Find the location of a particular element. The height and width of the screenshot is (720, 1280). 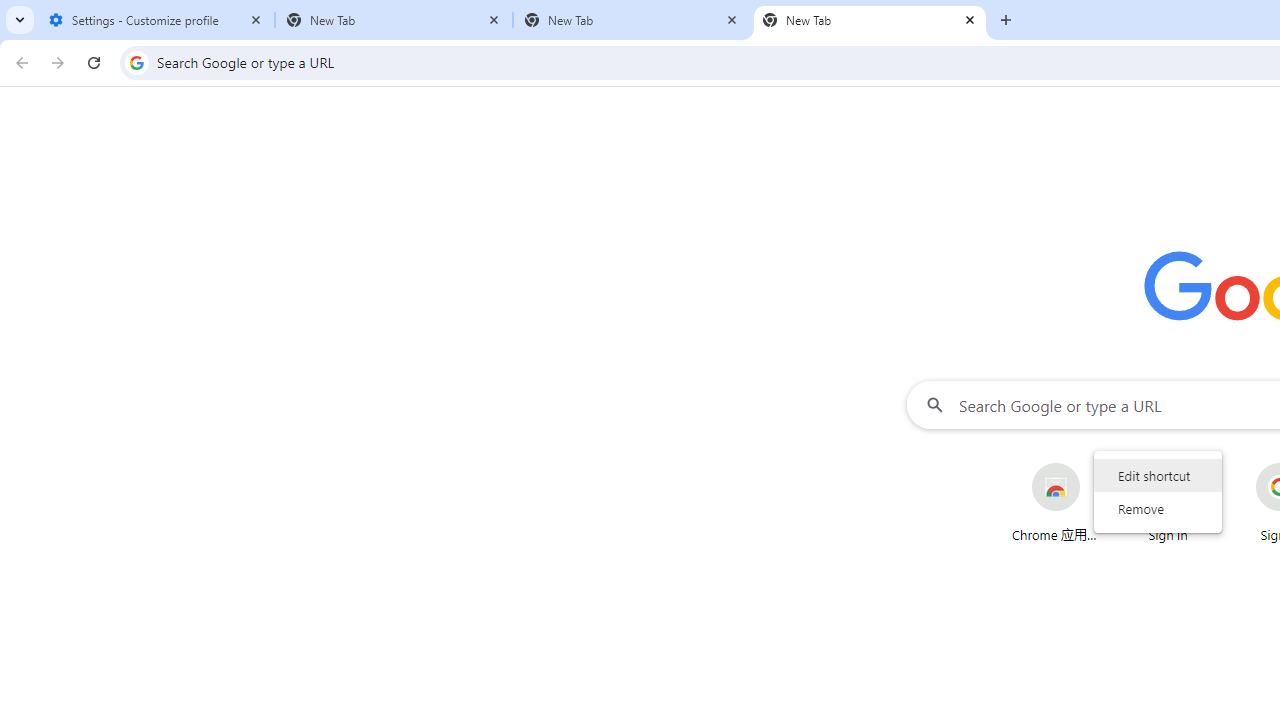

'New Tab' is located at coordinates (870, 20).